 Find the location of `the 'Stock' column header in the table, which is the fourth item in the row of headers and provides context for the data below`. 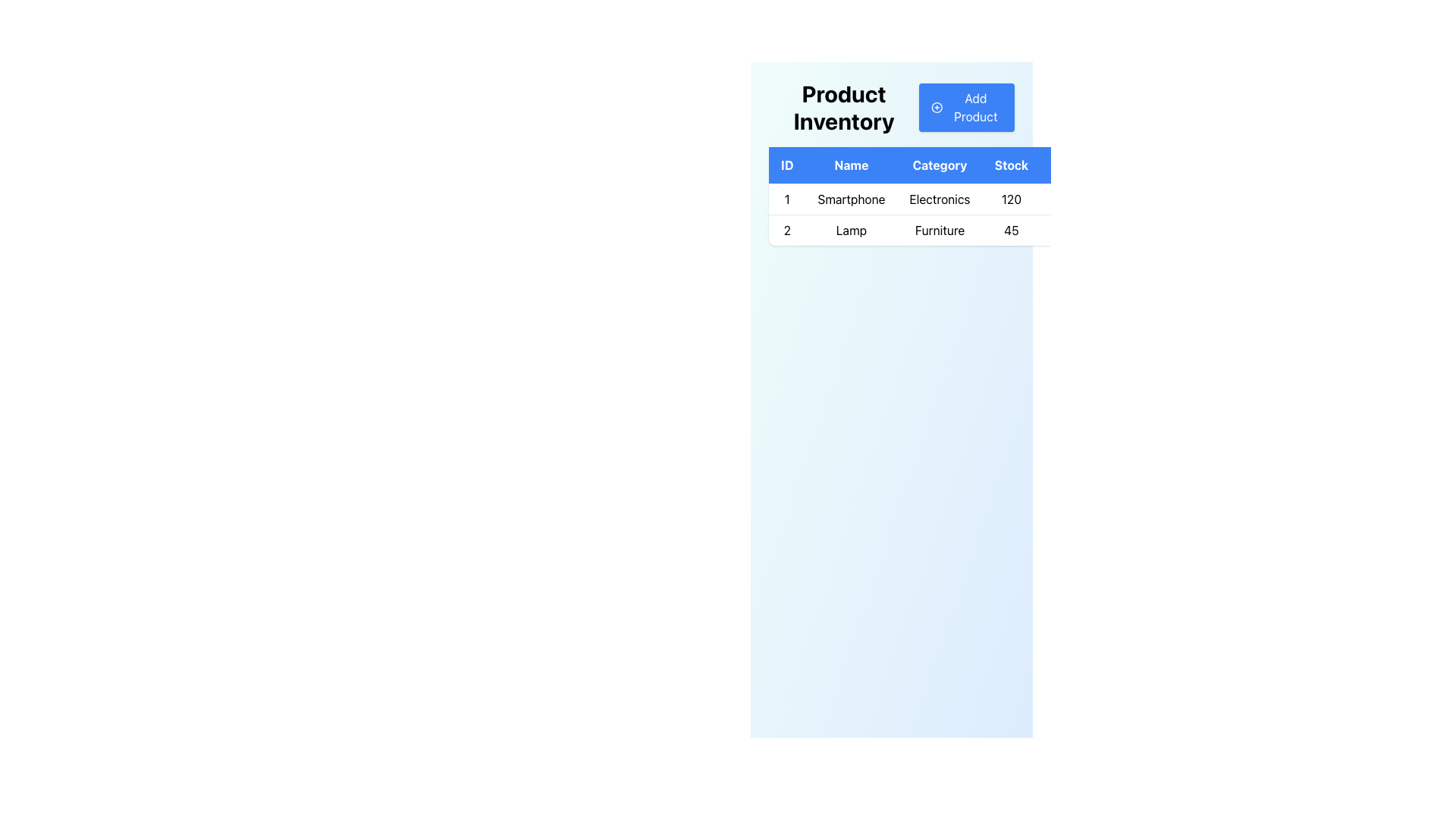

the 'Stock' column header in the table, which is the fourth item in the row of headers and provides context for the data below is located at coordinates (1012, 165).